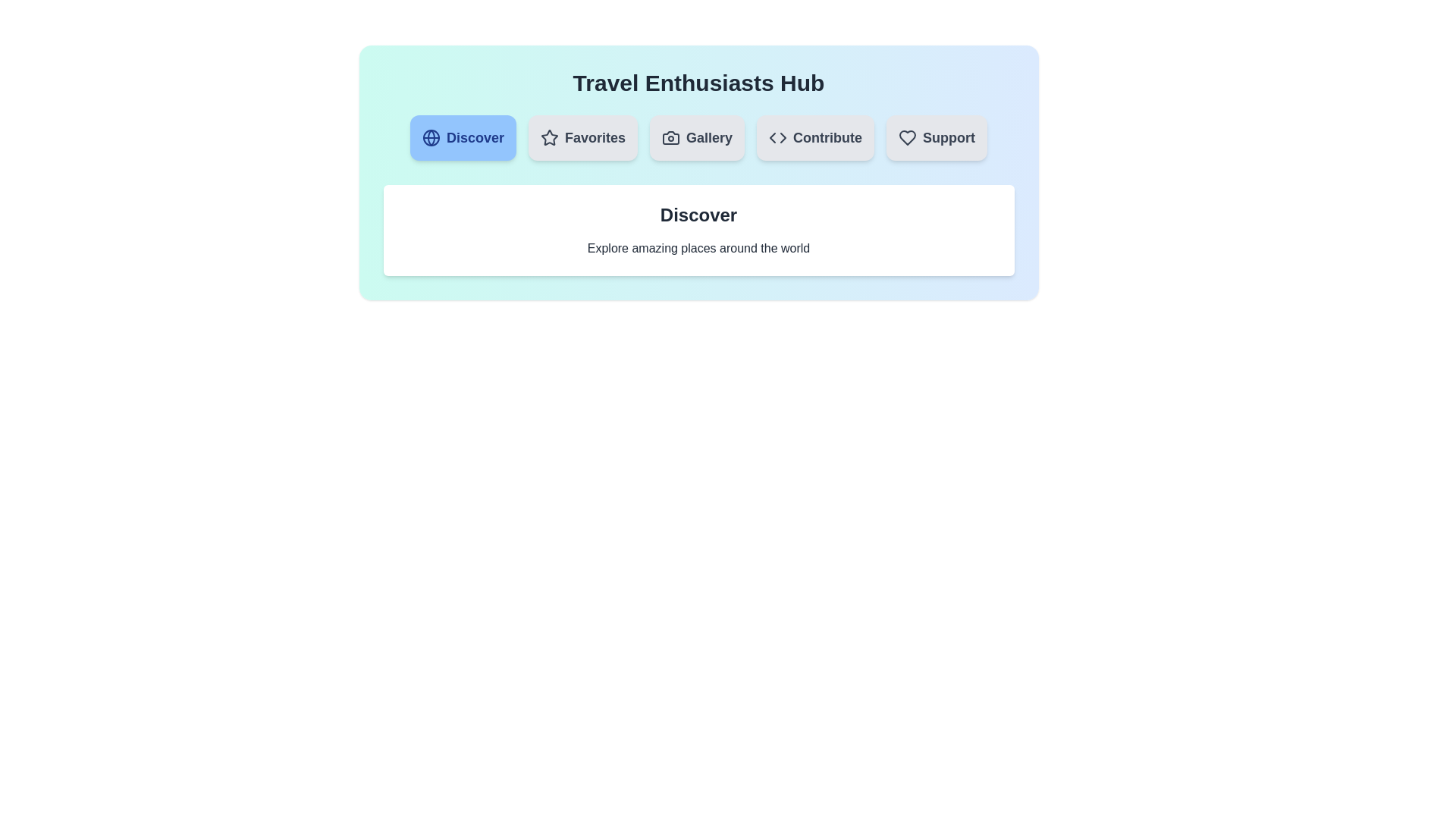  I want to click on the 'Contribute' button, so click(814, 137).